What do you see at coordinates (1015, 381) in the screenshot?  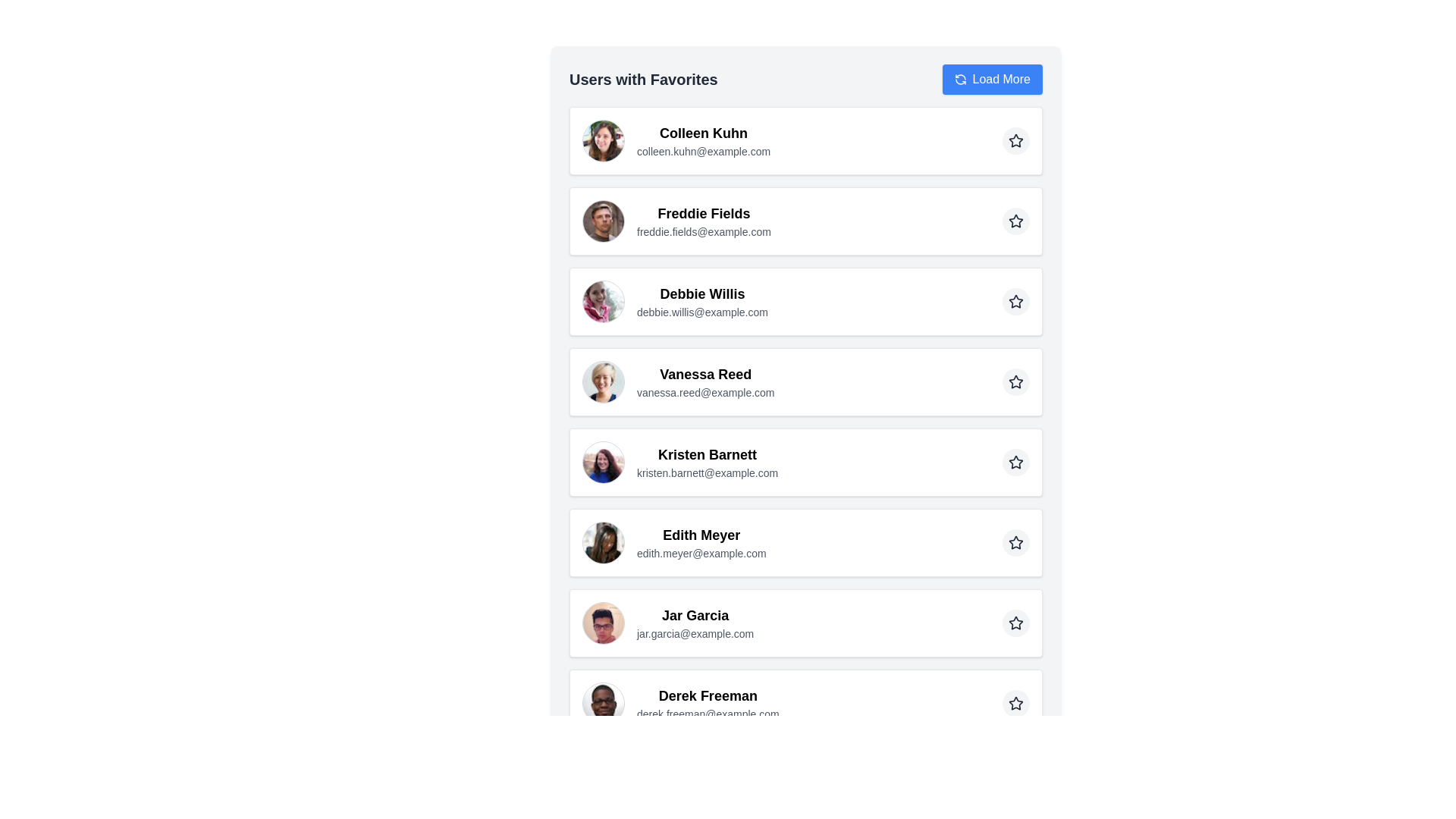 I see `the circular icon button with a light gray background and a black outlined star icon` at bounding box center [1015, 381].